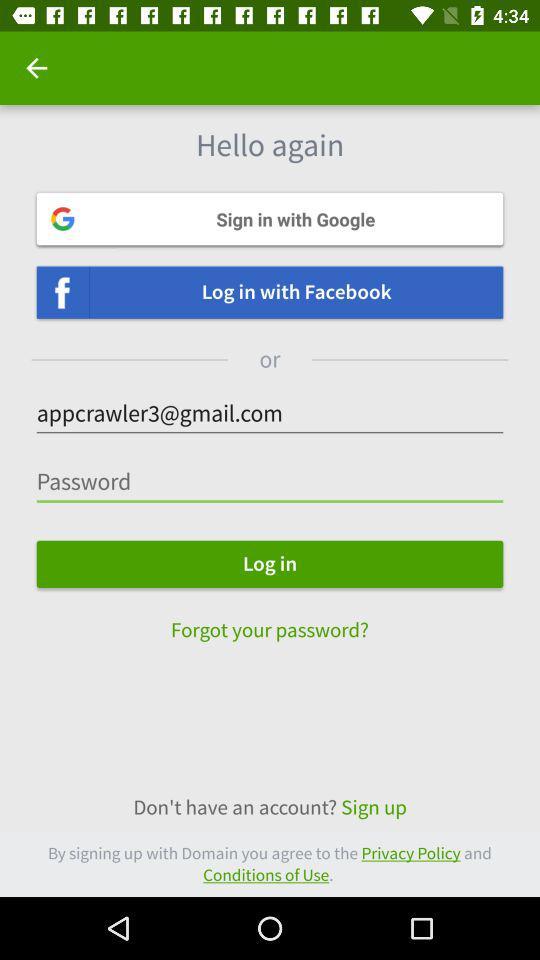 Image resolution: width=540 pixels, height=960 pixels. Describe the element at coordinates (270, 219) in the screenshot. I see `the text sign in with google` at that location.